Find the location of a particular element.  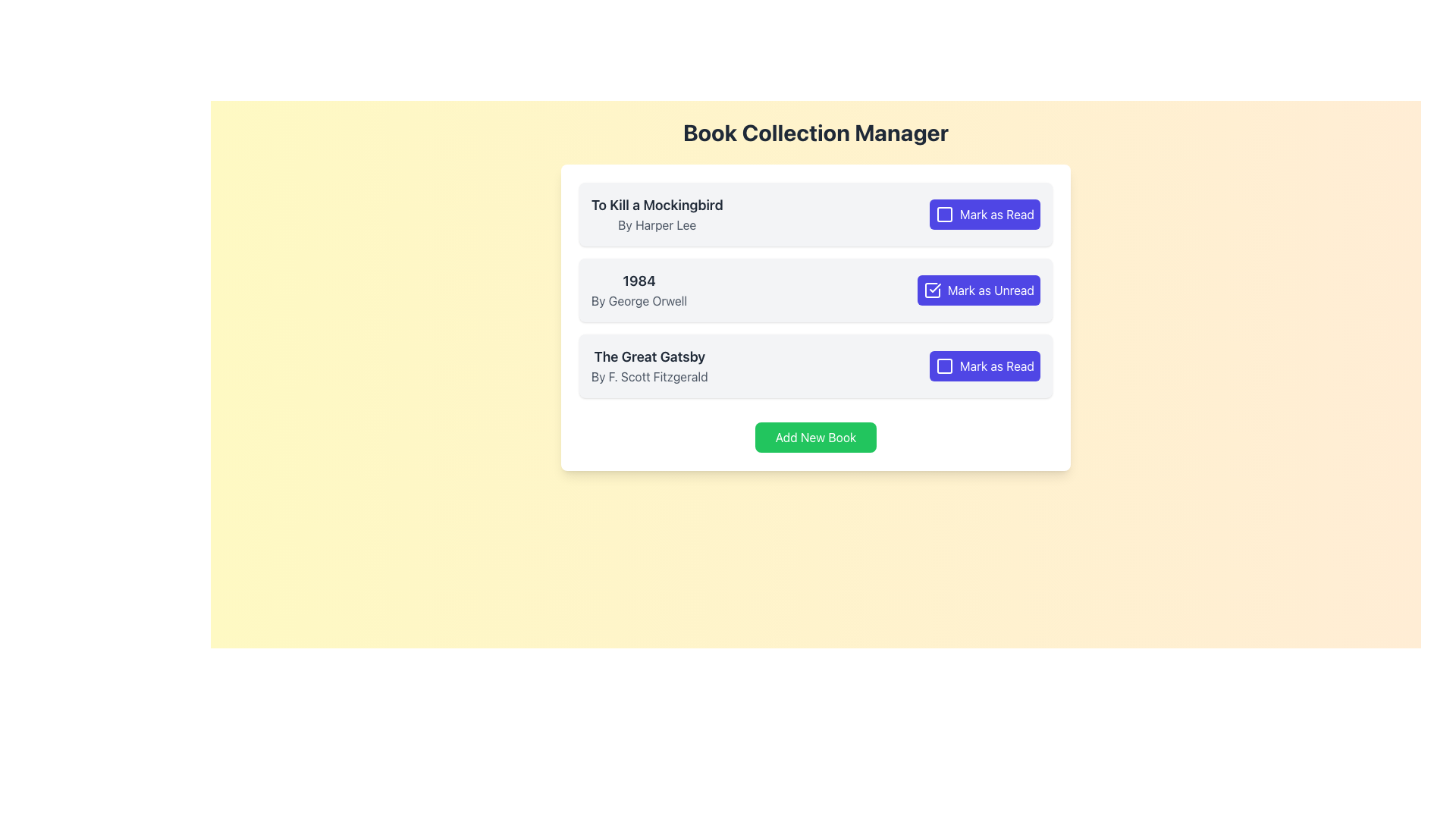

the button that marks 'To Kill a Mockingbird by Harper Lee' as read is located at coordinates (984, 214).